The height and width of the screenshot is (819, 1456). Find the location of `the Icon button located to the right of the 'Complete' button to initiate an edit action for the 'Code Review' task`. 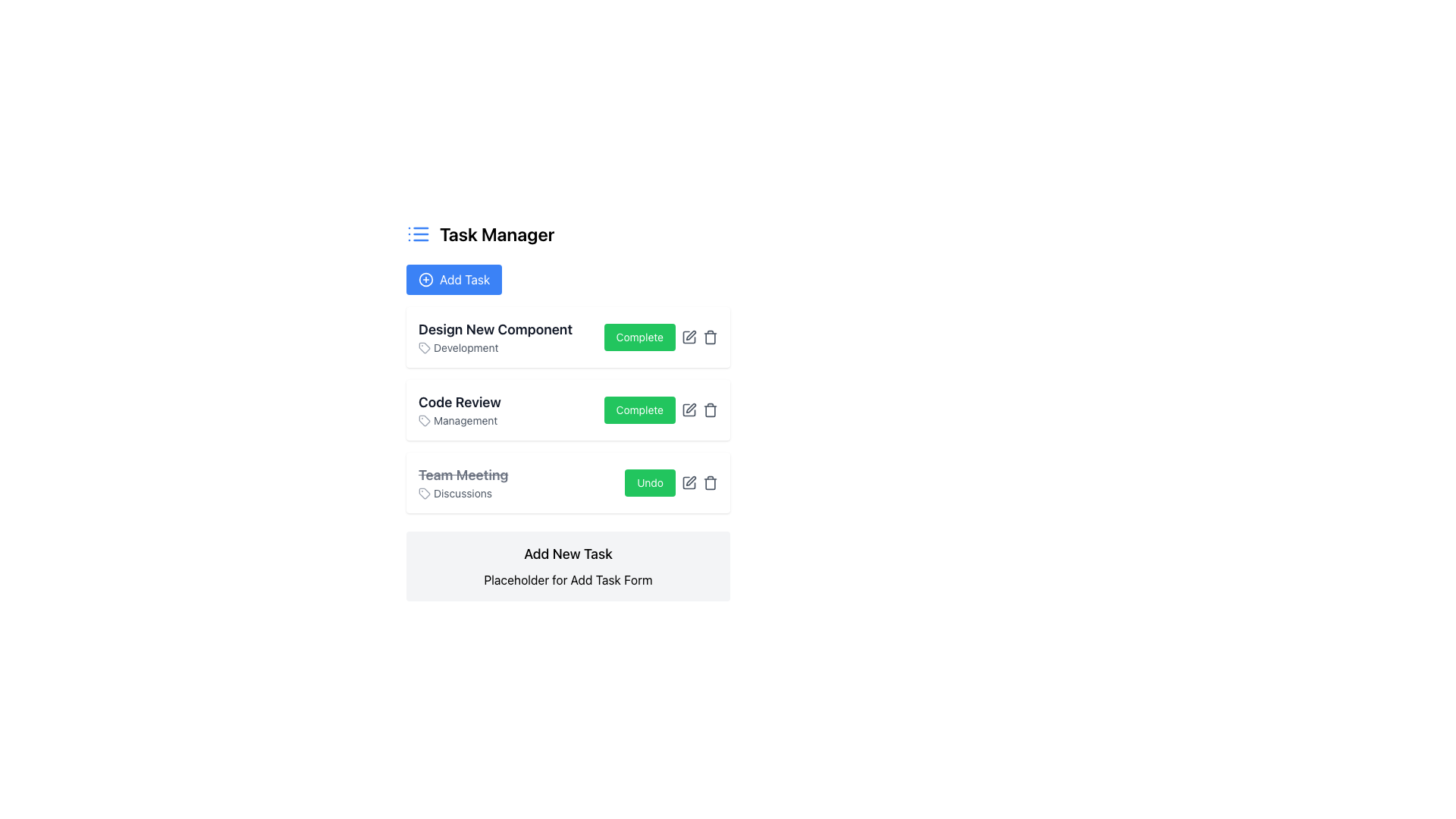

the Icon button located to the right of the 'Complete' button to initiate an edit action for the 'Code Review' task is located at coordinates (688, 409).